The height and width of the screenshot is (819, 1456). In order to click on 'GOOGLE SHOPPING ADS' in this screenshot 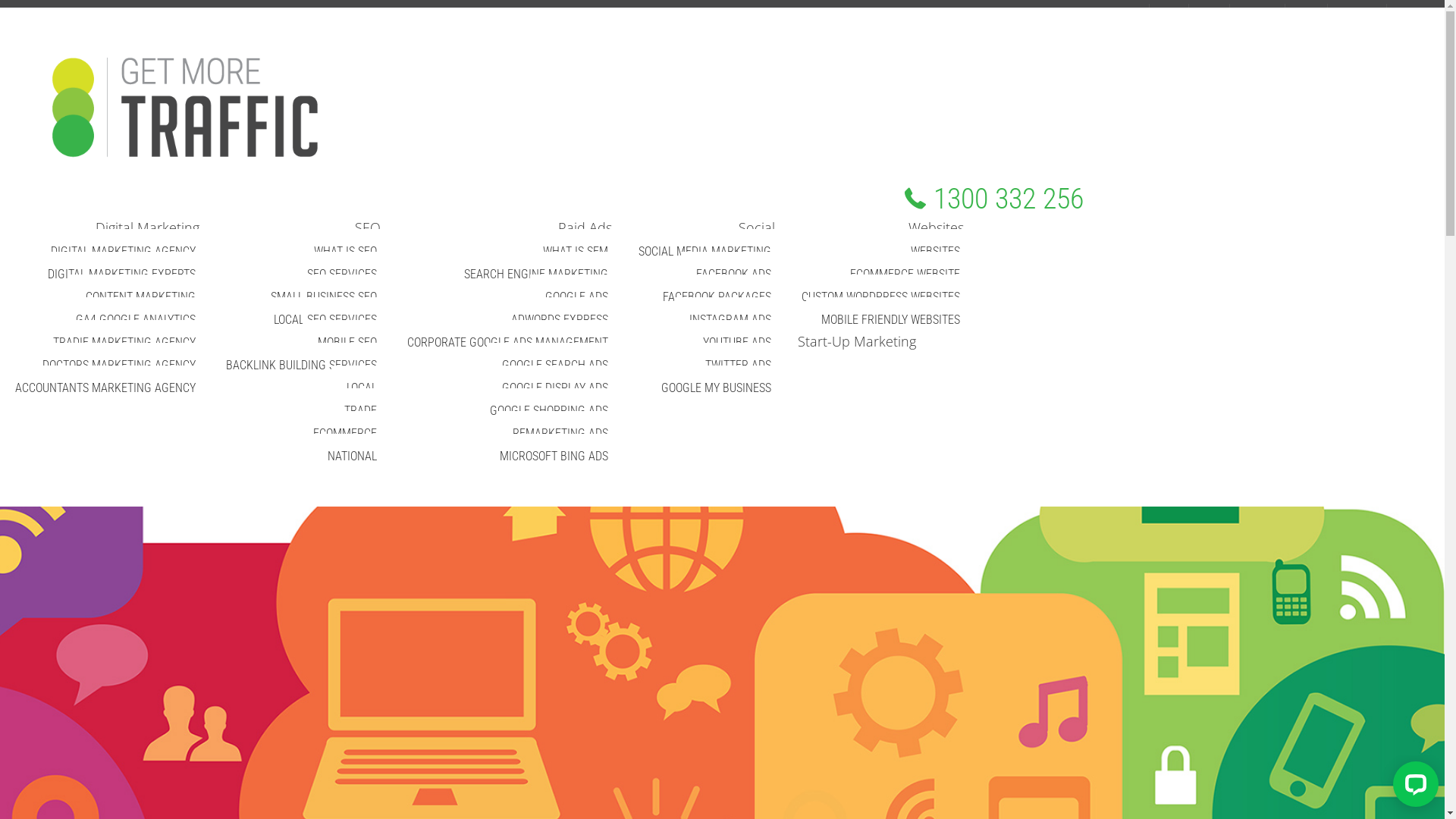, I will do `click(473, 410)`.